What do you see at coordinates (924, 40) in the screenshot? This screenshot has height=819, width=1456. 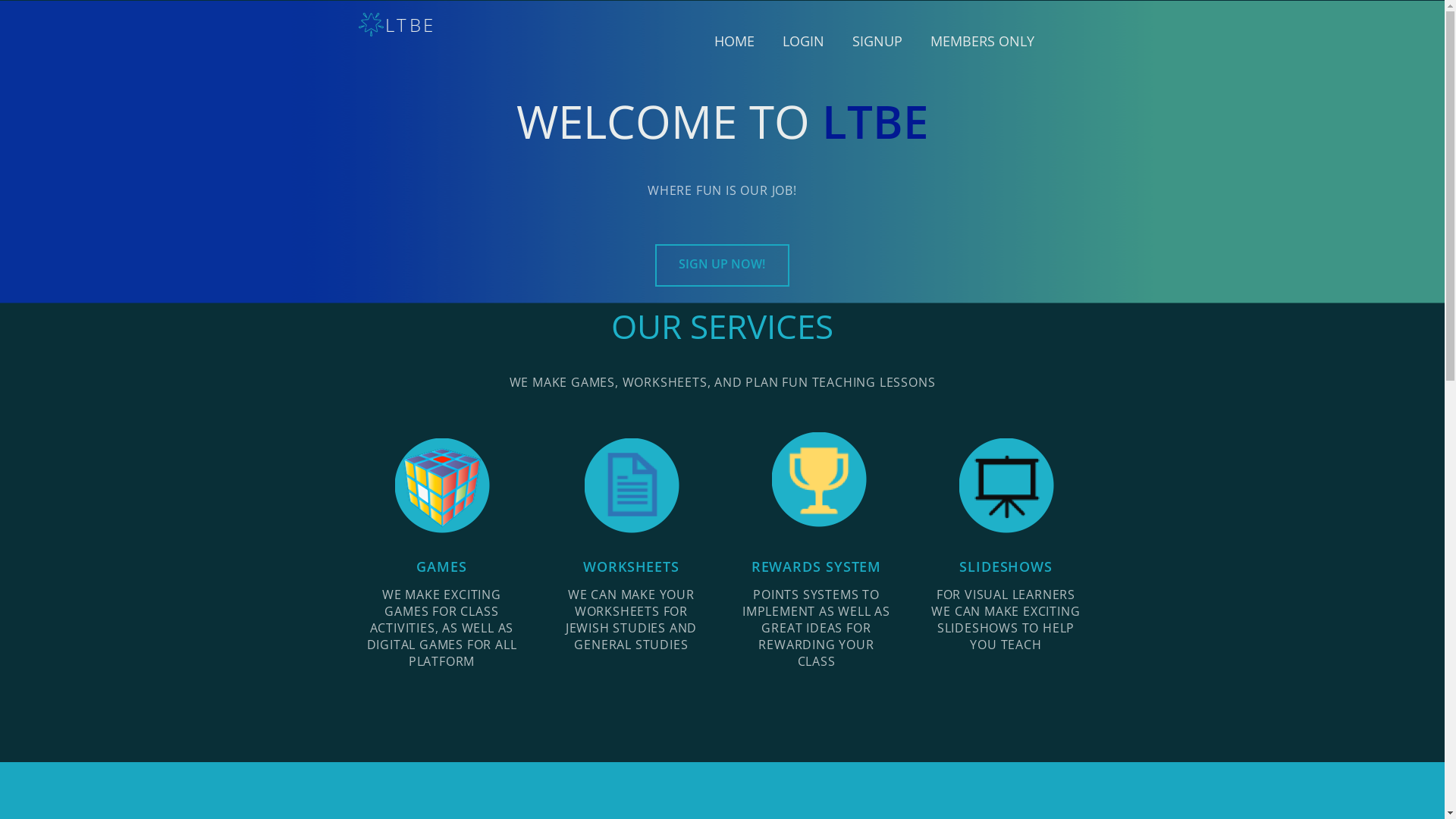 I see `'MEMBERS ONLY'` at bounding box center [924, 40].